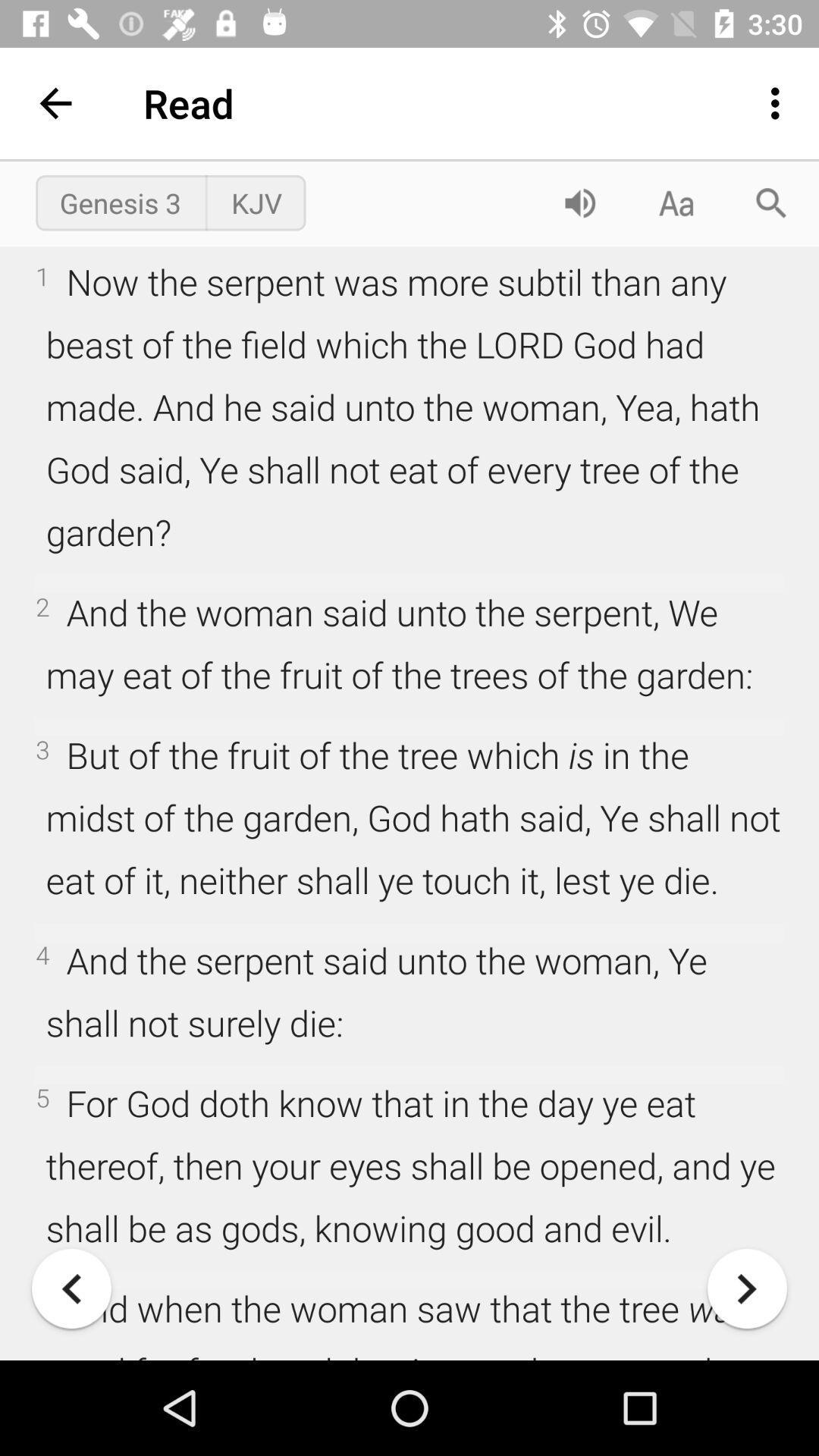 Image resolution: width=819 pixels, height=1456 pixels. What do you see at coordinates (675, 202) in the screenshot?
I see `change font properties` at bounding box center [675, 202].